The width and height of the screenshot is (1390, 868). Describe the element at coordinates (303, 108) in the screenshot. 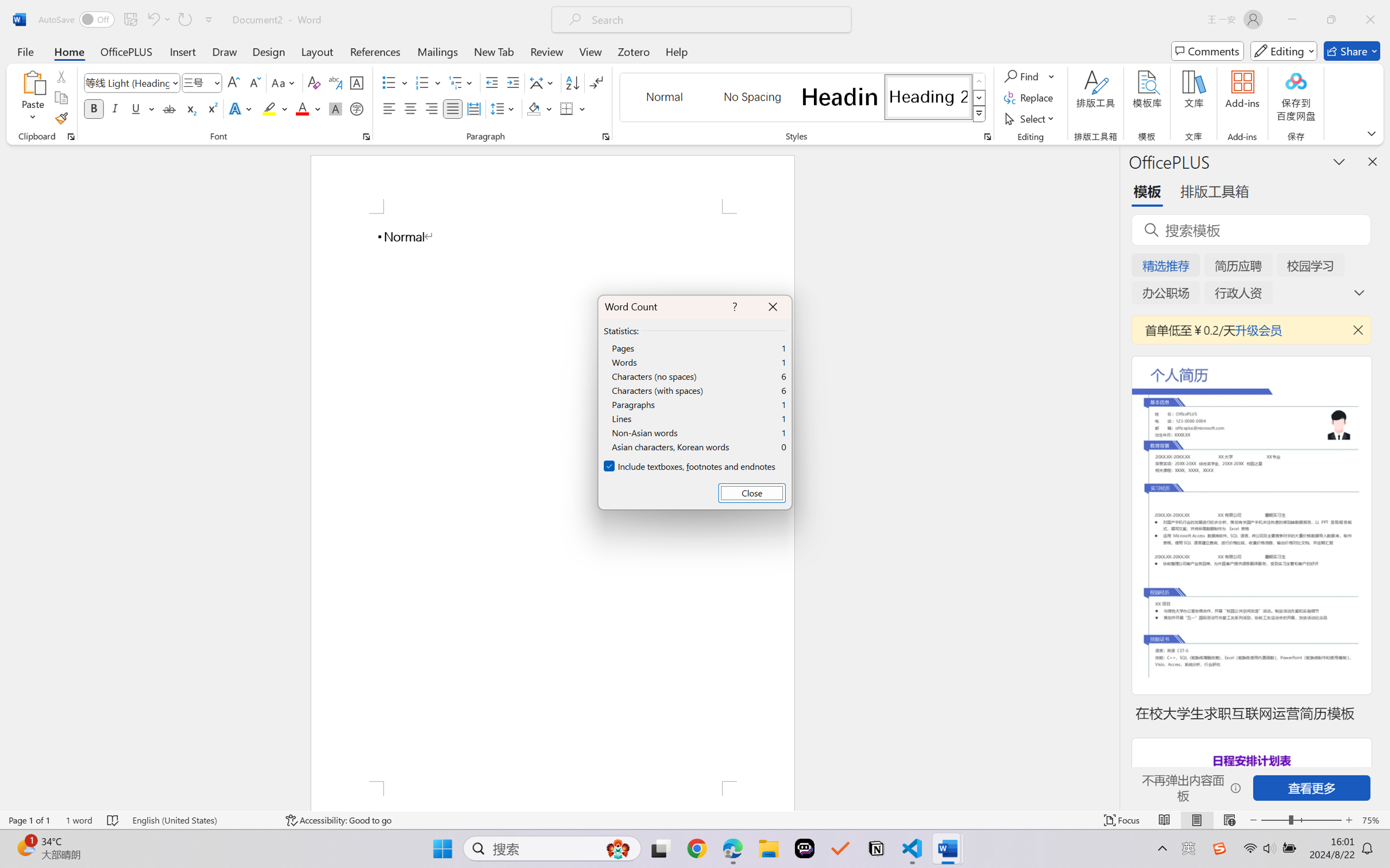

I see `'Font Color Red'` at that location.